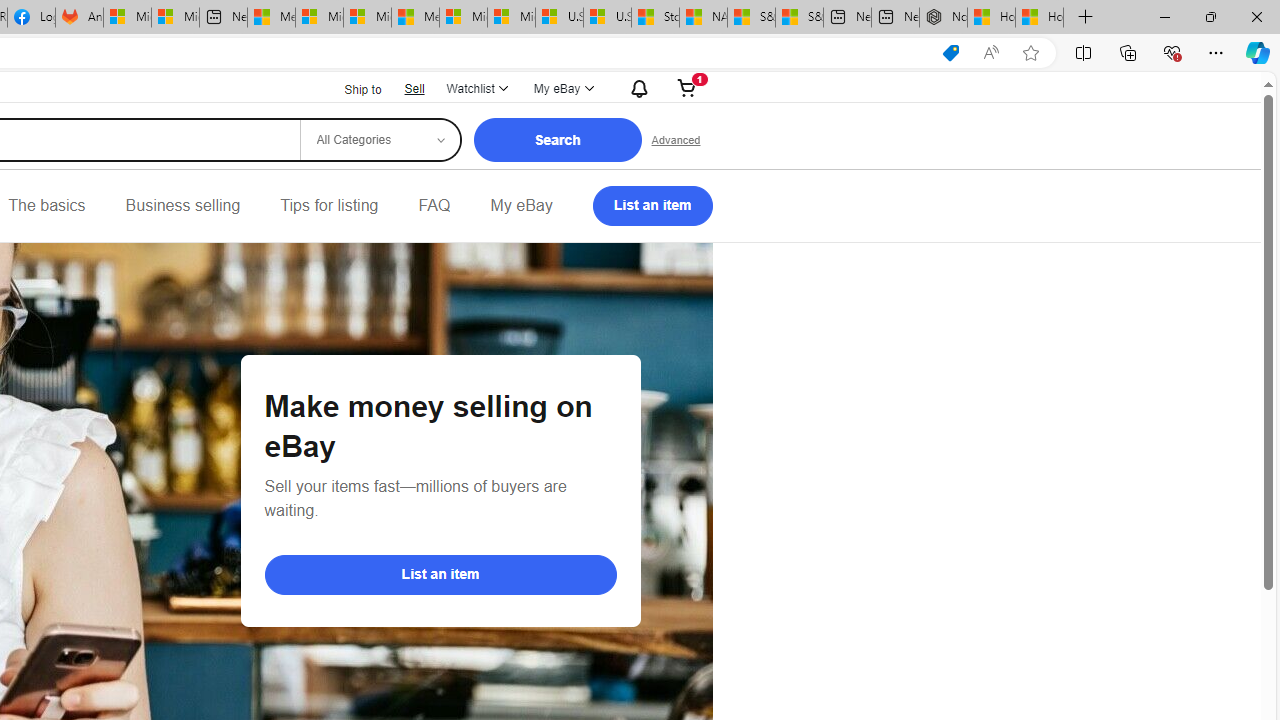  What do you see at coordinates (521, 205) in the screenshot?
I see `'My eBay'` at bounding box center [521, 205].